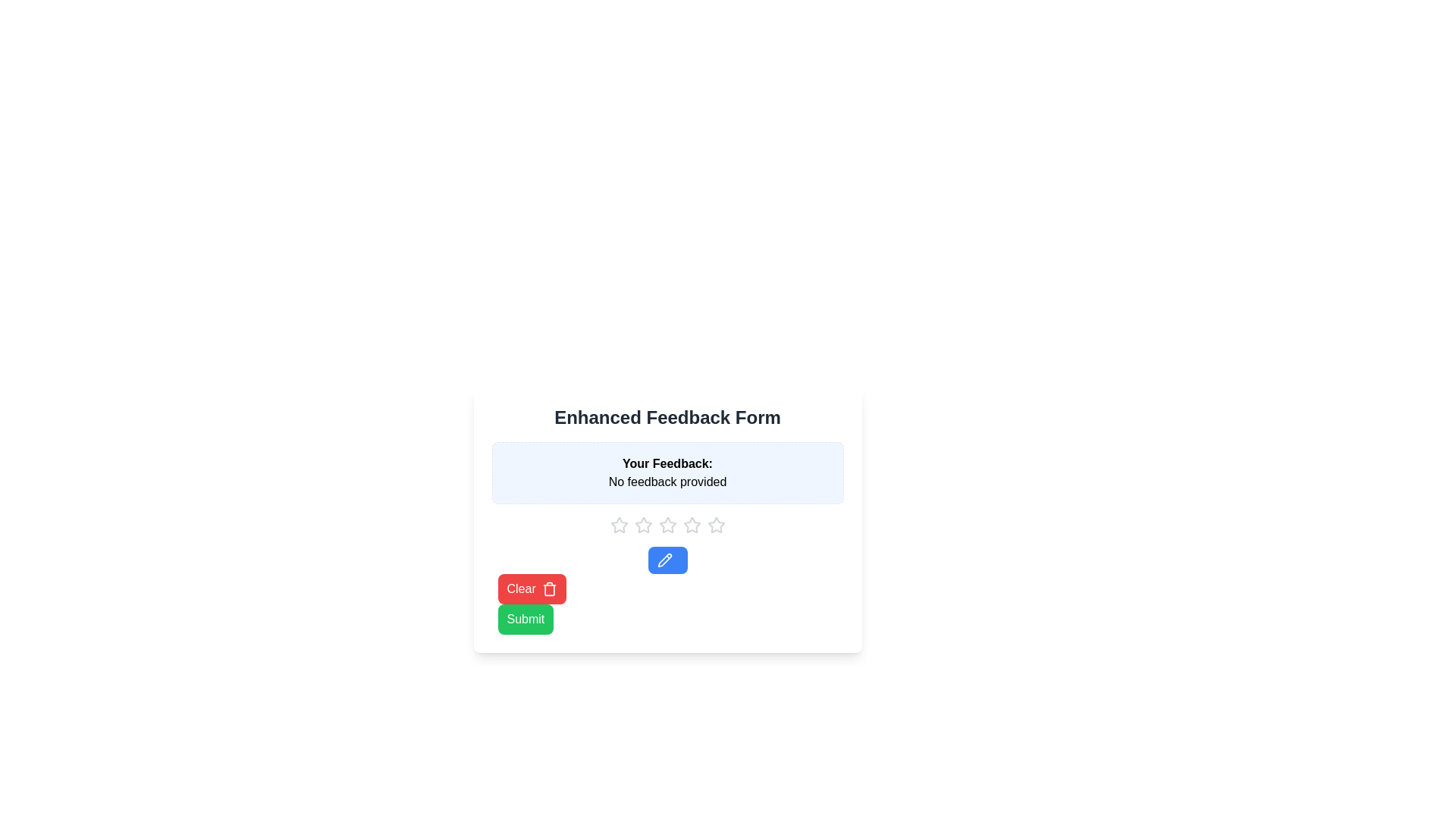 The height and width of the screenshot is (819, 1456). What do you see at coordinates (643, 524) in the screenshot?
I see `the first star icon in the rating system below the 'Your Feedback' section of the 'Enhanced Feedback Form'` at bounding box center [643, 524].